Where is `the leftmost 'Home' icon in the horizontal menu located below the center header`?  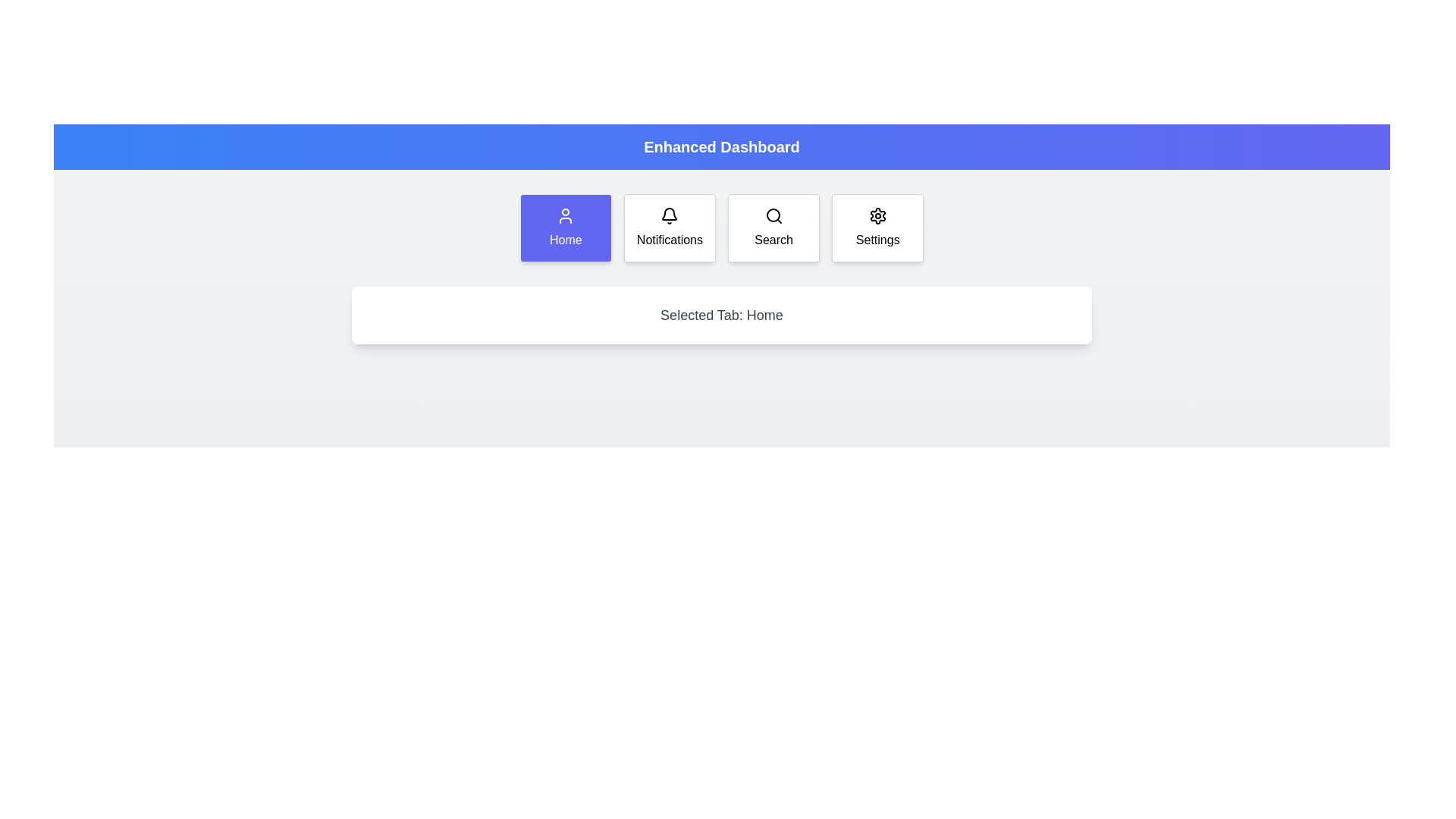 the leftmost 'Home' icon in the horizontal menu located below the center header is located at coordinates (565, 216).